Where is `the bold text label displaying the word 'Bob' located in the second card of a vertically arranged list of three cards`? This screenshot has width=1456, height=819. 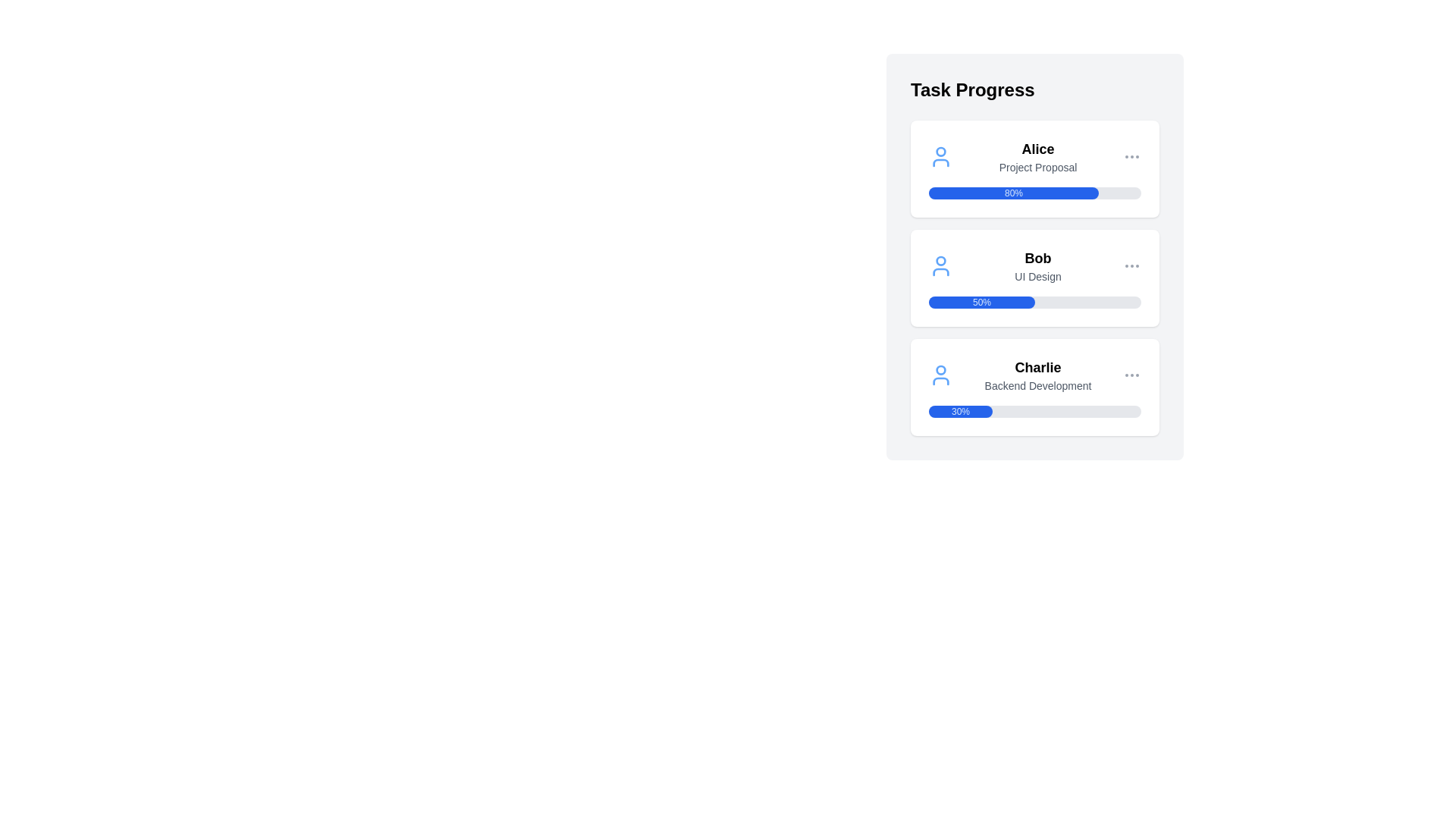 the bold text label displaying the word 'Bob' located in the second card of a vertically arranged list of three cards is located at coordinates (1037, 257).